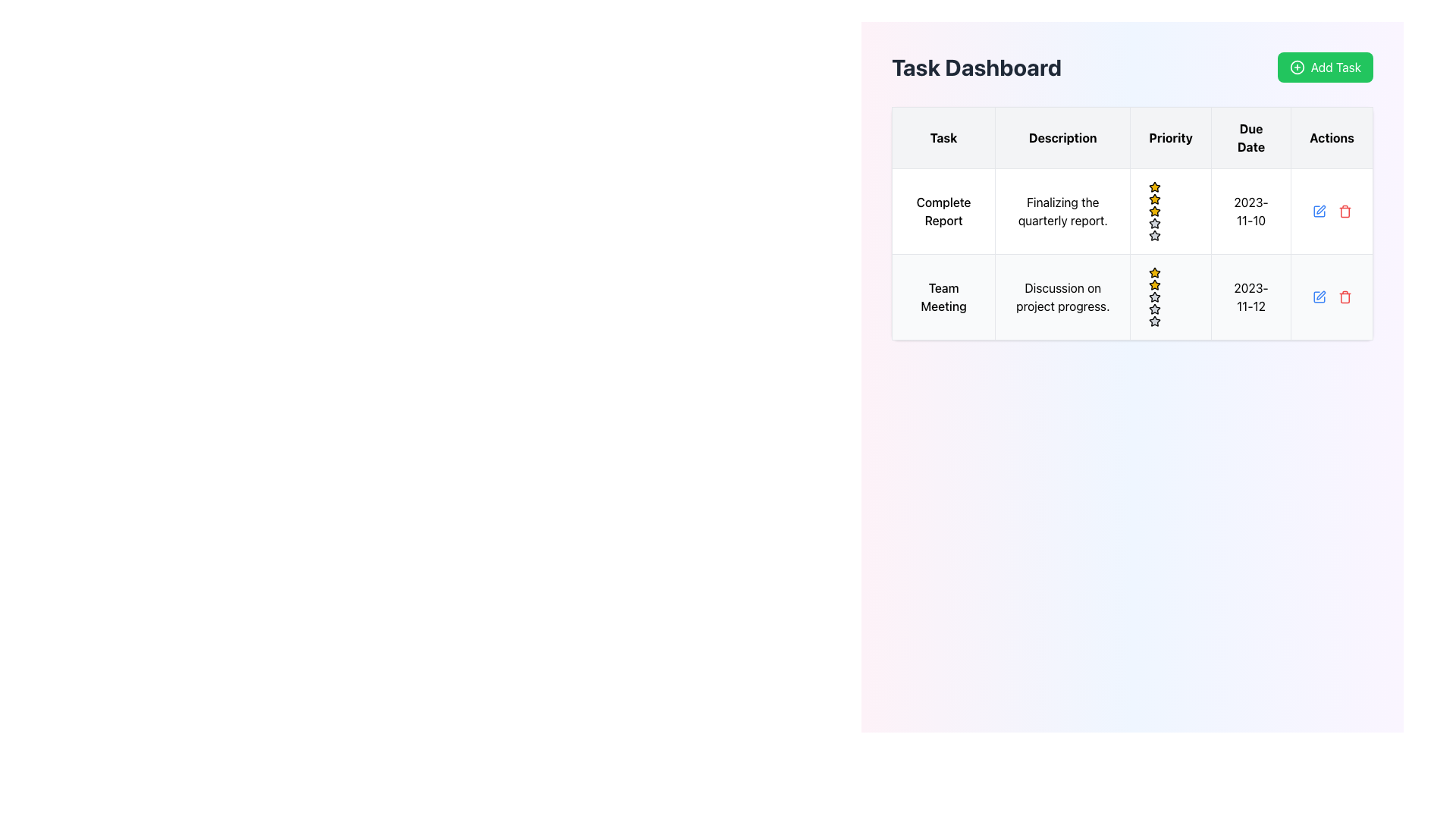 This screenshot has height=819, width=1456. Describe the element at coordinates (1154, 284) in the screenshot. I see `the visual state of the yellow star icon used for ratings in the 'Priority' column of the 'Team Meeting' entry in the Task Dashboard card` at that location.